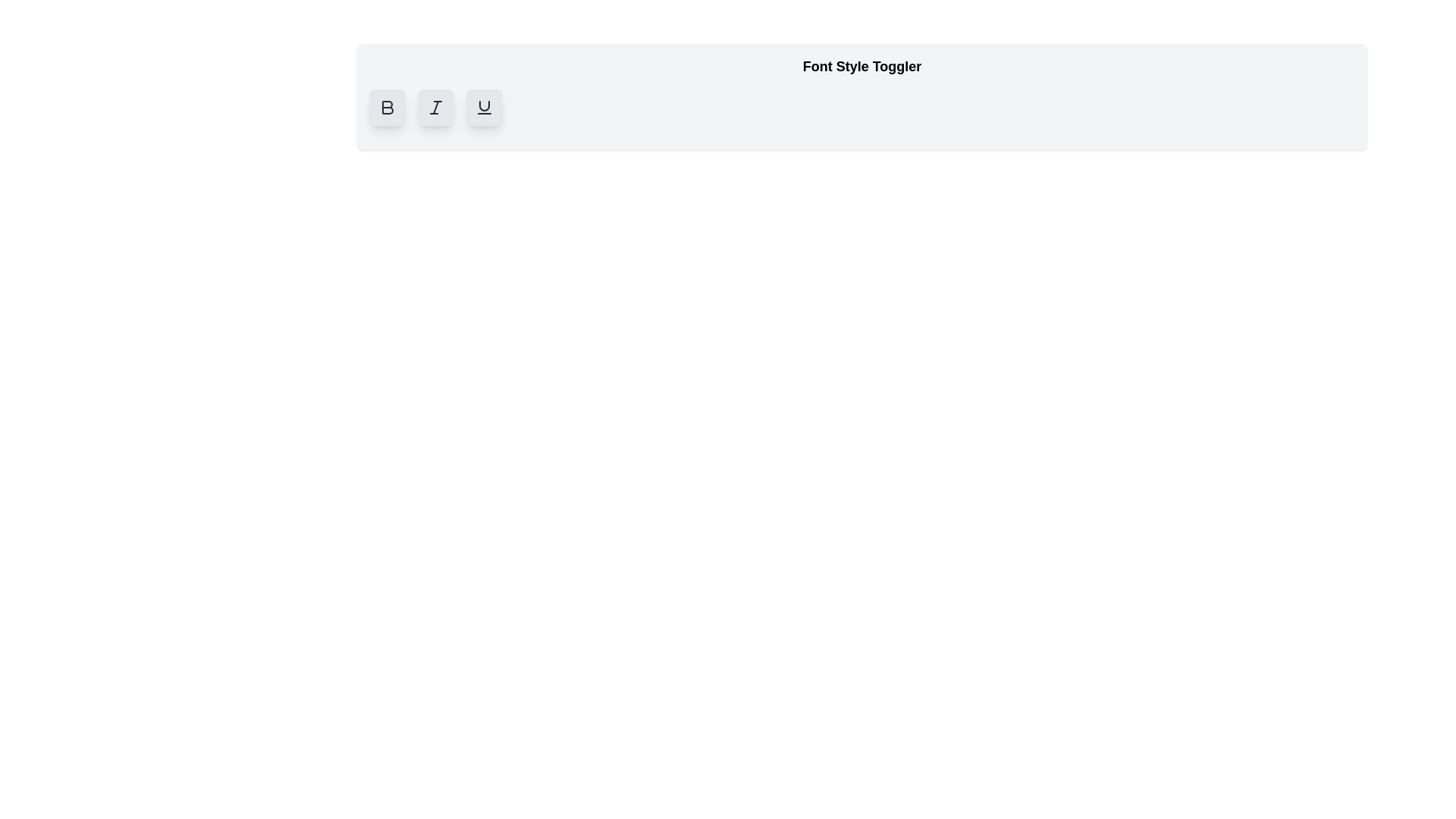 The image size is (1456, 819). Describe the element at coordinates (387, 107) in the screenshot. I see `the bold-style button icon, represented by an outlined 'B' character, located in the top-left corner of the interface` at that location.